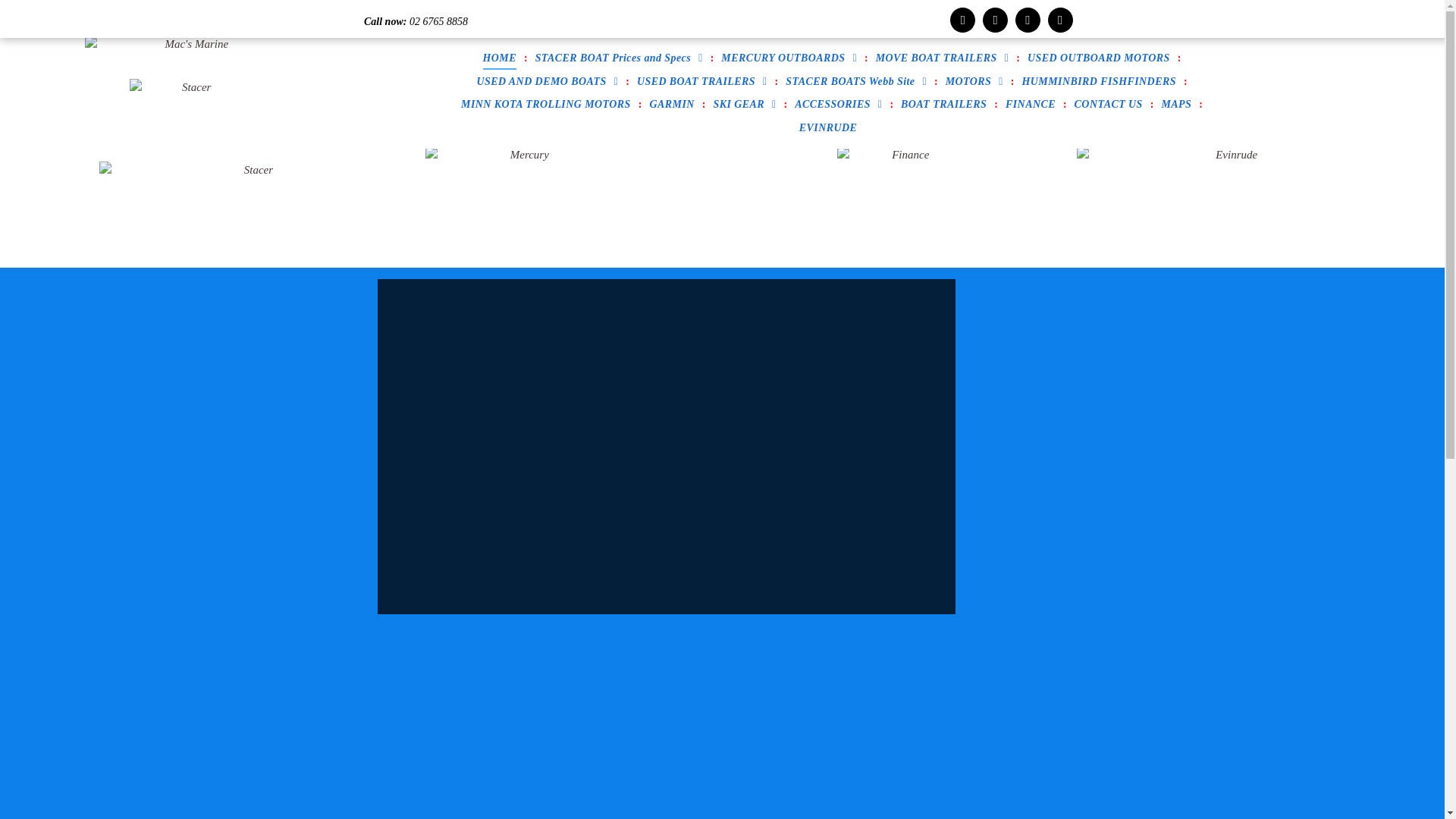 The image size is (1456, 819). I want to click on 'FINANCE', so click(1030, 104).